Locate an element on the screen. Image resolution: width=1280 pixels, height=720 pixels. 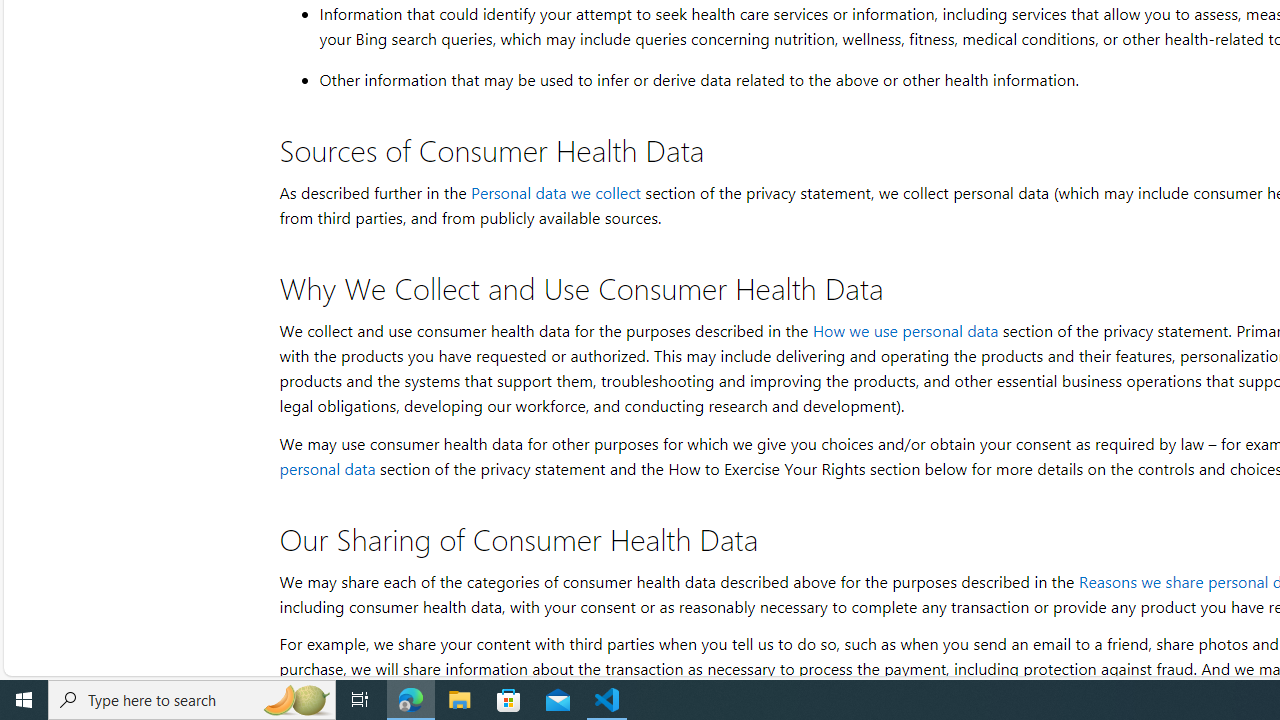
'How we use personal data' is located at coordinates (903, 329).